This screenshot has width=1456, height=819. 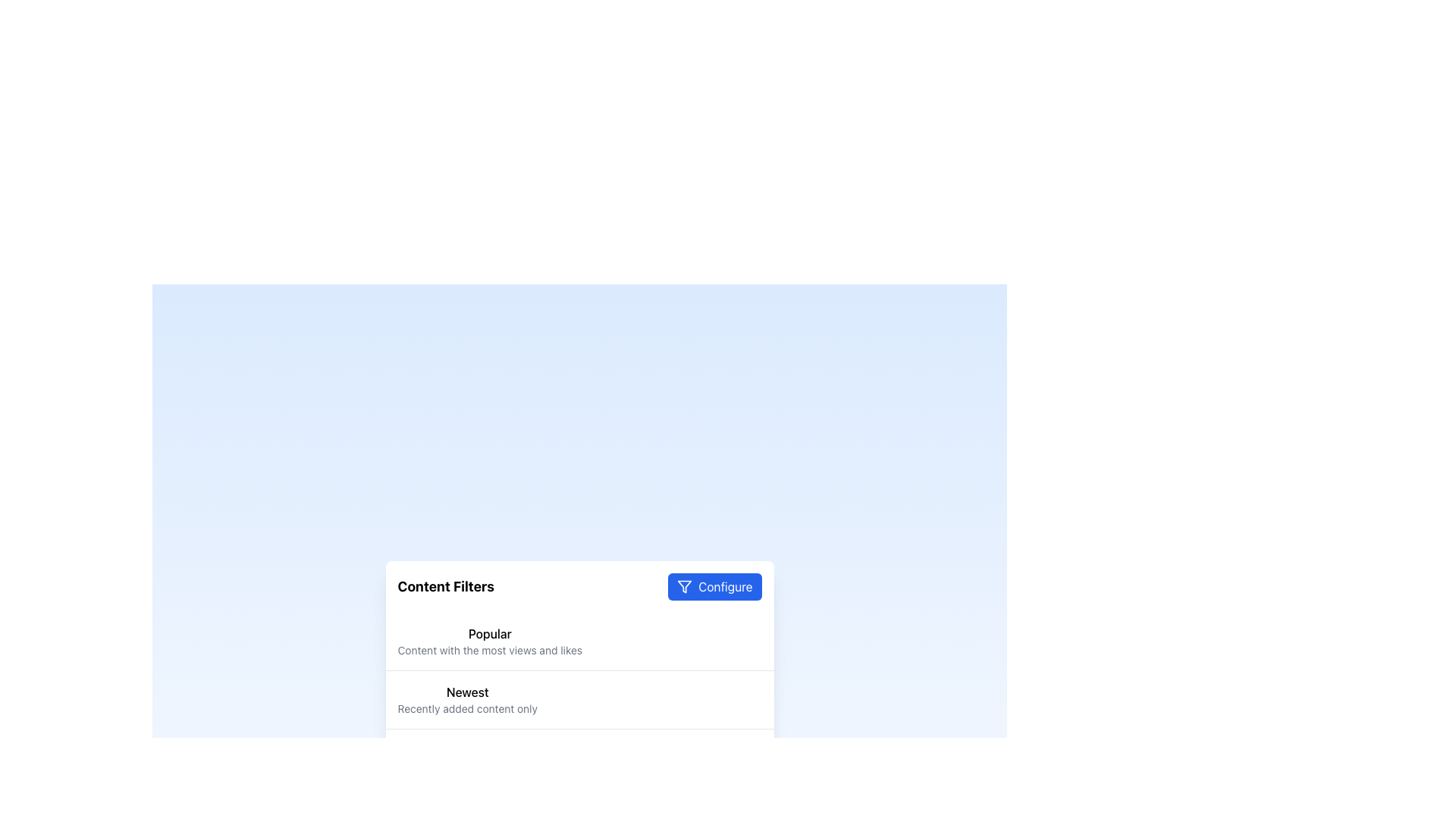 What do you see at coordinates (466, 692) in the screenshot?
I see `the Text Label that introduces the associated description text for the Content Filters, located in the central-right section of the interface, under the 'Popular' section` at bounding box center [466, 692].